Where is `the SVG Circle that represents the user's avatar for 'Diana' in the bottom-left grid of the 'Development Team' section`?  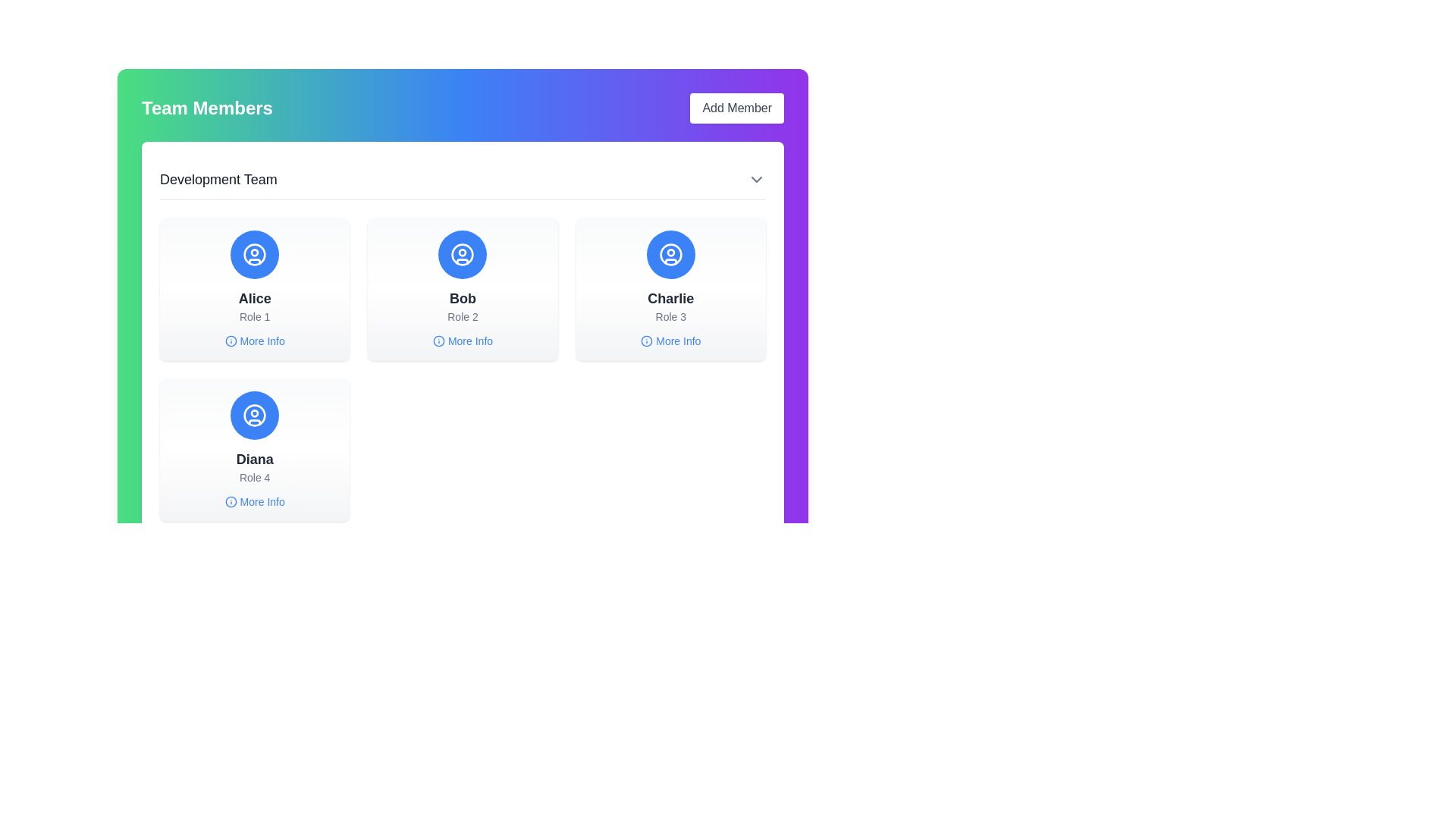
the SVG Circle that represents the user's avatar for 'Diana' in the bottom-left grid of the 'Development Team' section is located at coordinates (255, 415).